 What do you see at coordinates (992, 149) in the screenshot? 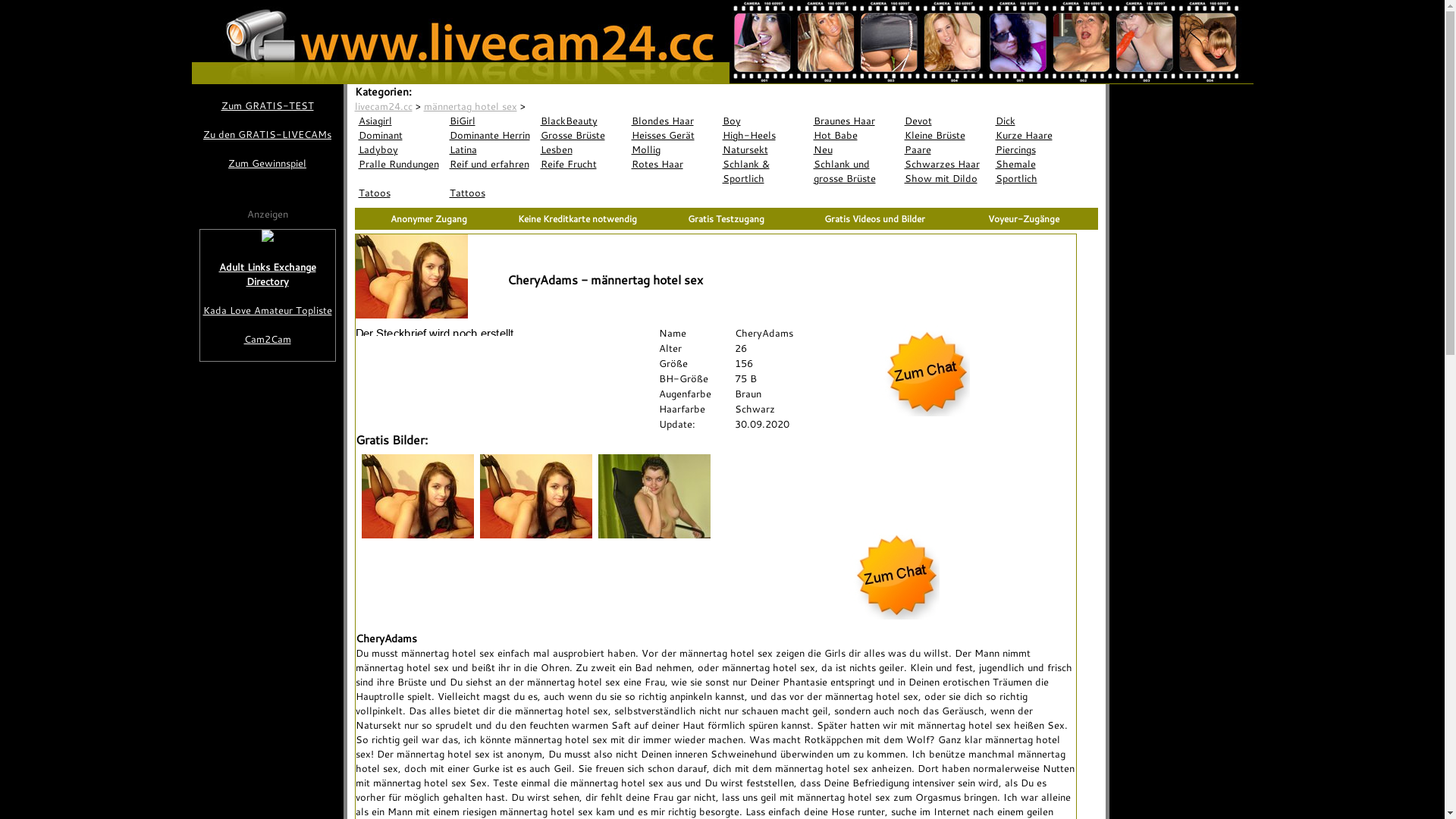
I see `'Piercings'` at bounding box center [992, 149].